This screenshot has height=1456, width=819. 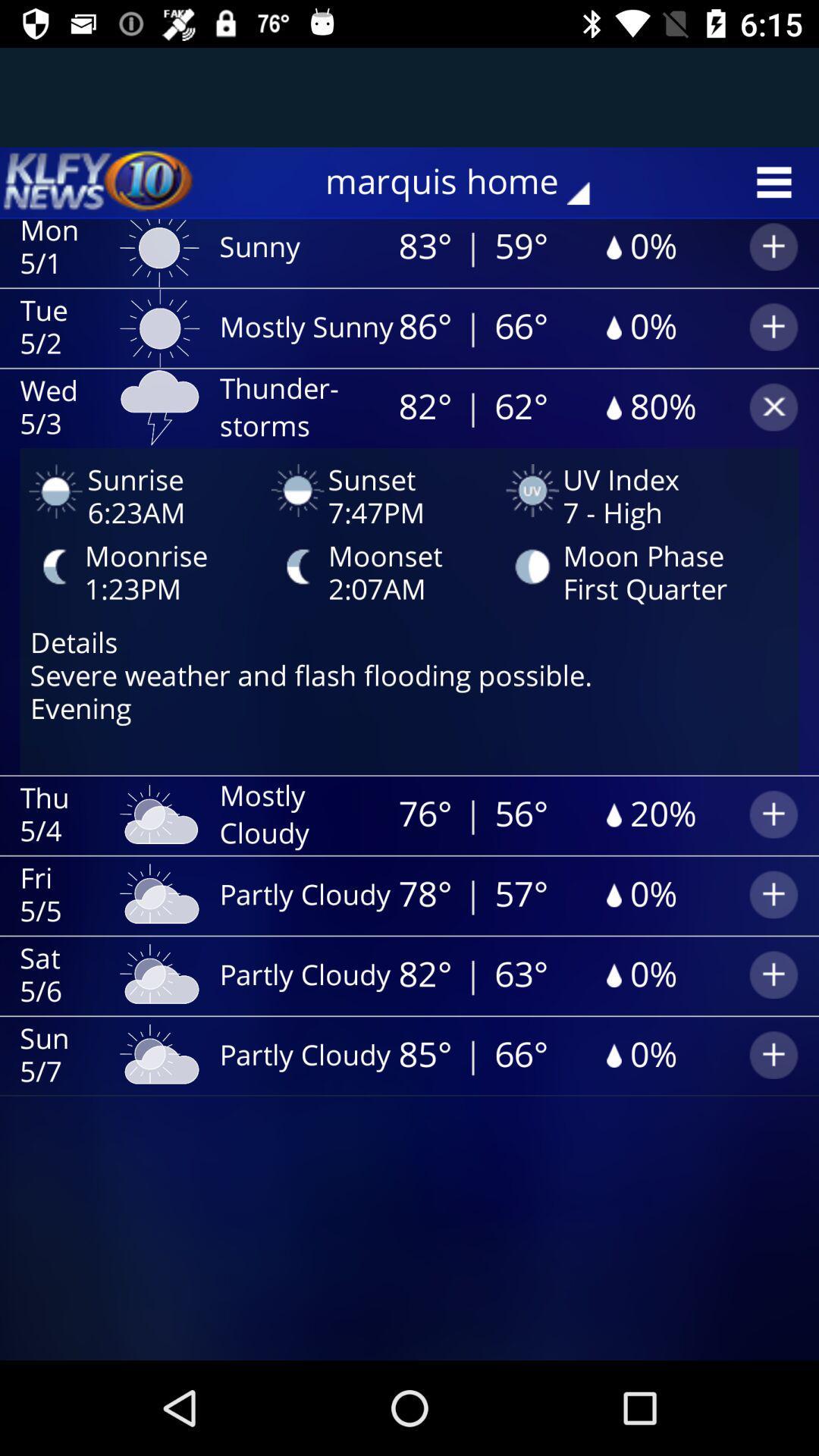 I want to click on item to the left of the sunny, so click(x=99, y=182).